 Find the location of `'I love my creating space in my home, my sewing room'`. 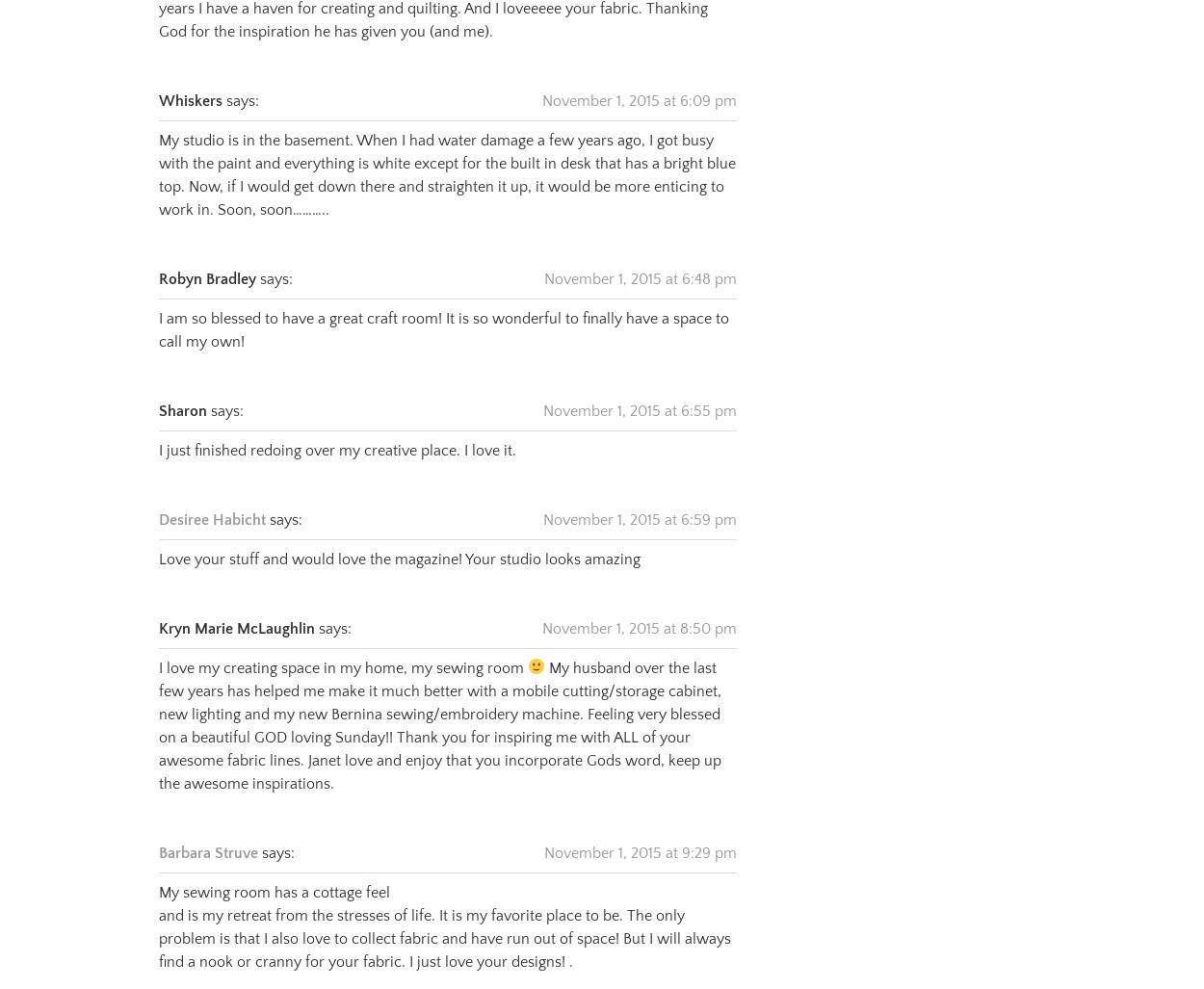

'I love my creating space in my home, my sewing room' is located at coordinates (342, 642).